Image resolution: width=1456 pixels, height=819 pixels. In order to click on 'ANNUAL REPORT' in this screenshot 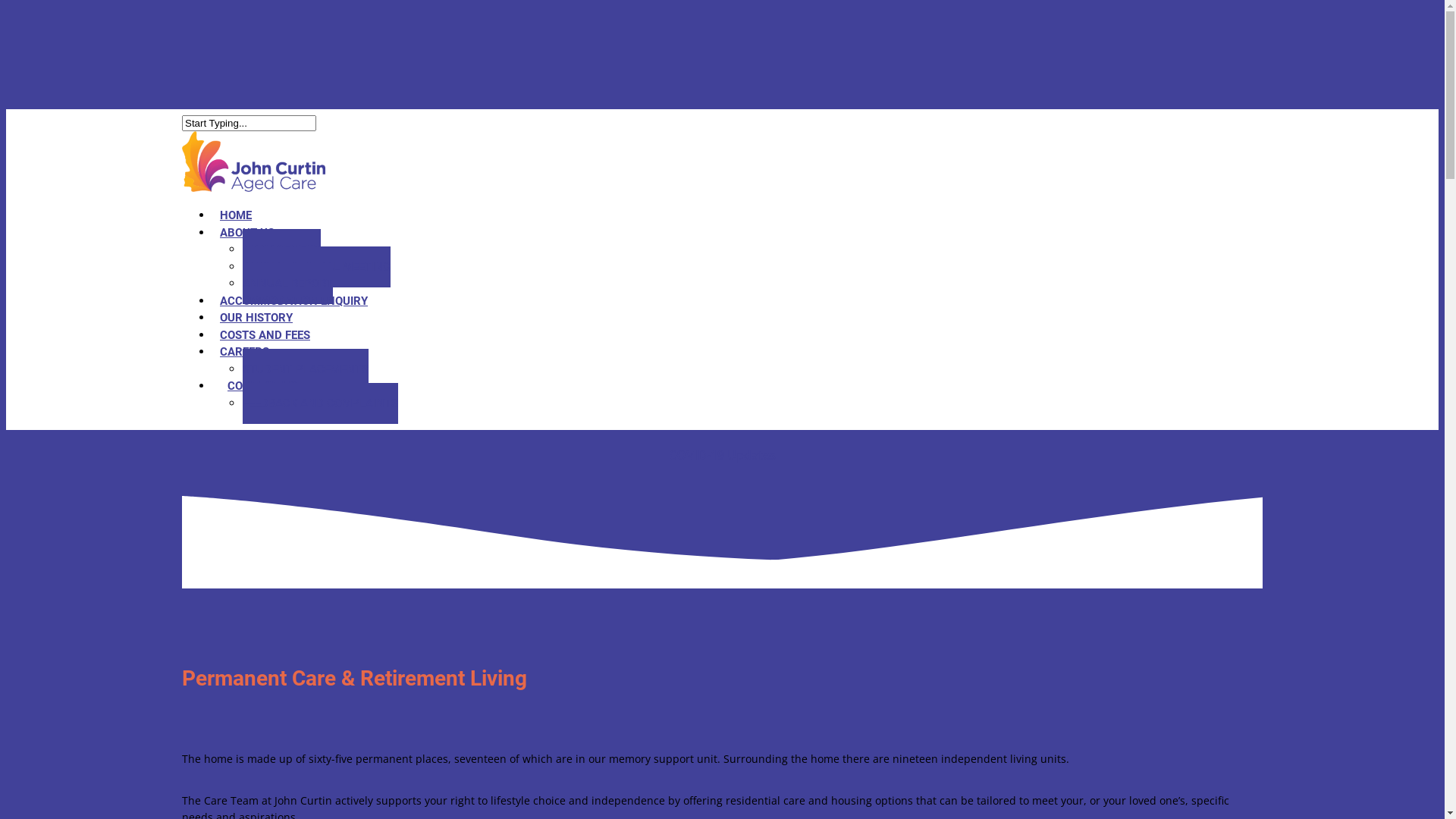, I will do `click(287, 284)`.